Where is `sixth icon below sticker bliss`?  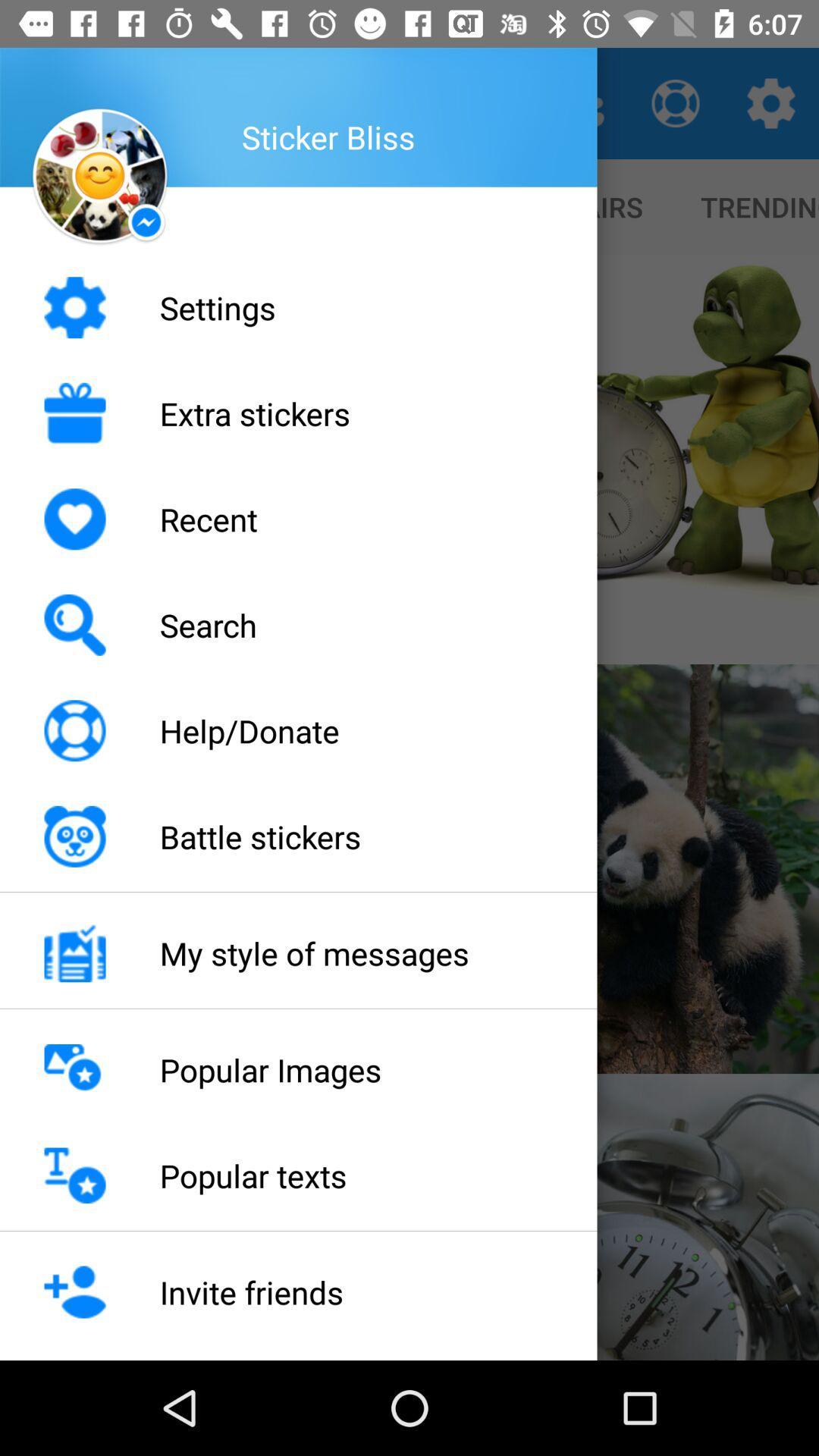 sixth icon below sticker bliss is located at coordinates (75, 836).